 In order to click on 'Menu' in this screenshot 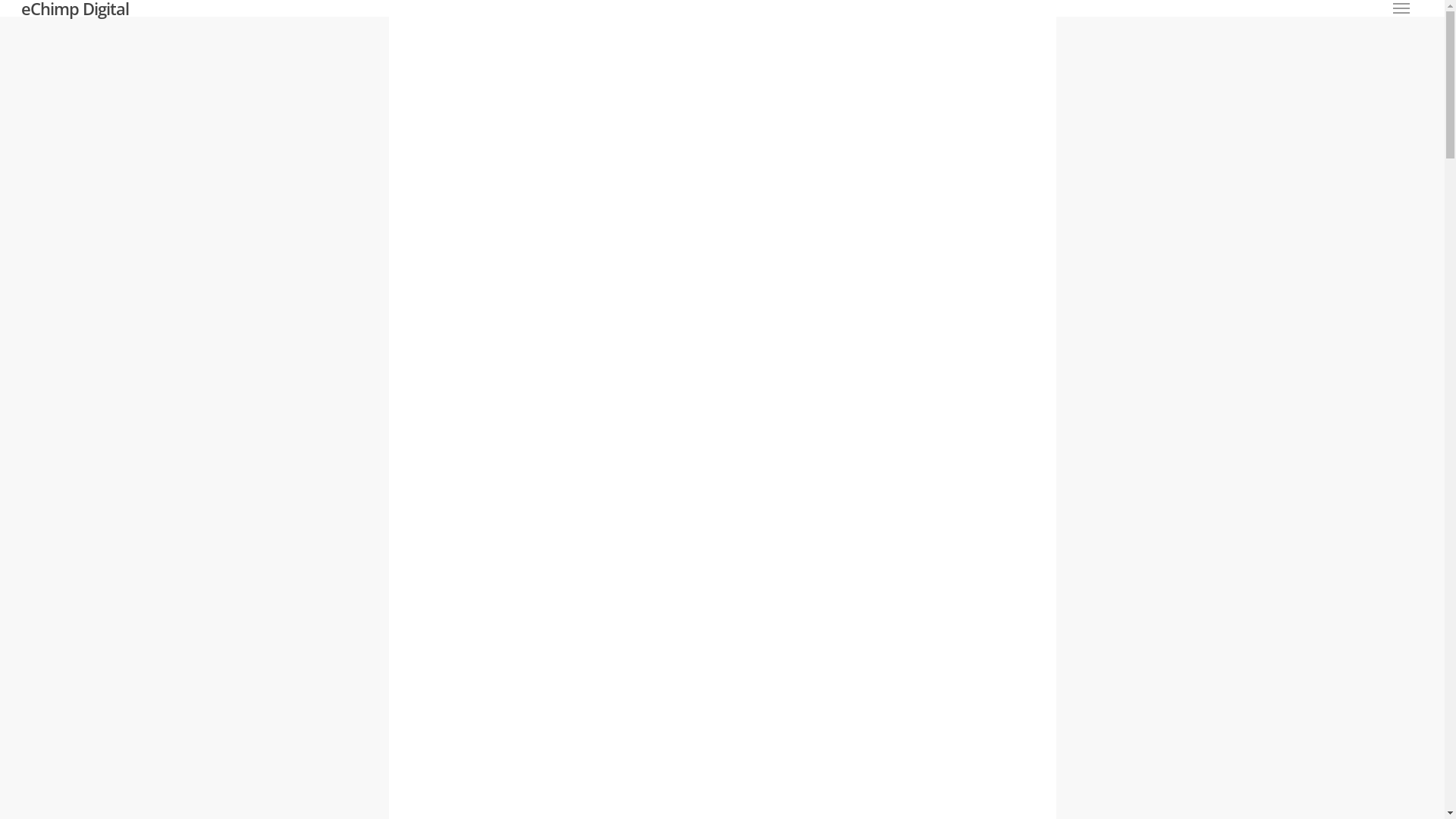, I will do `click(1401, 8)`.